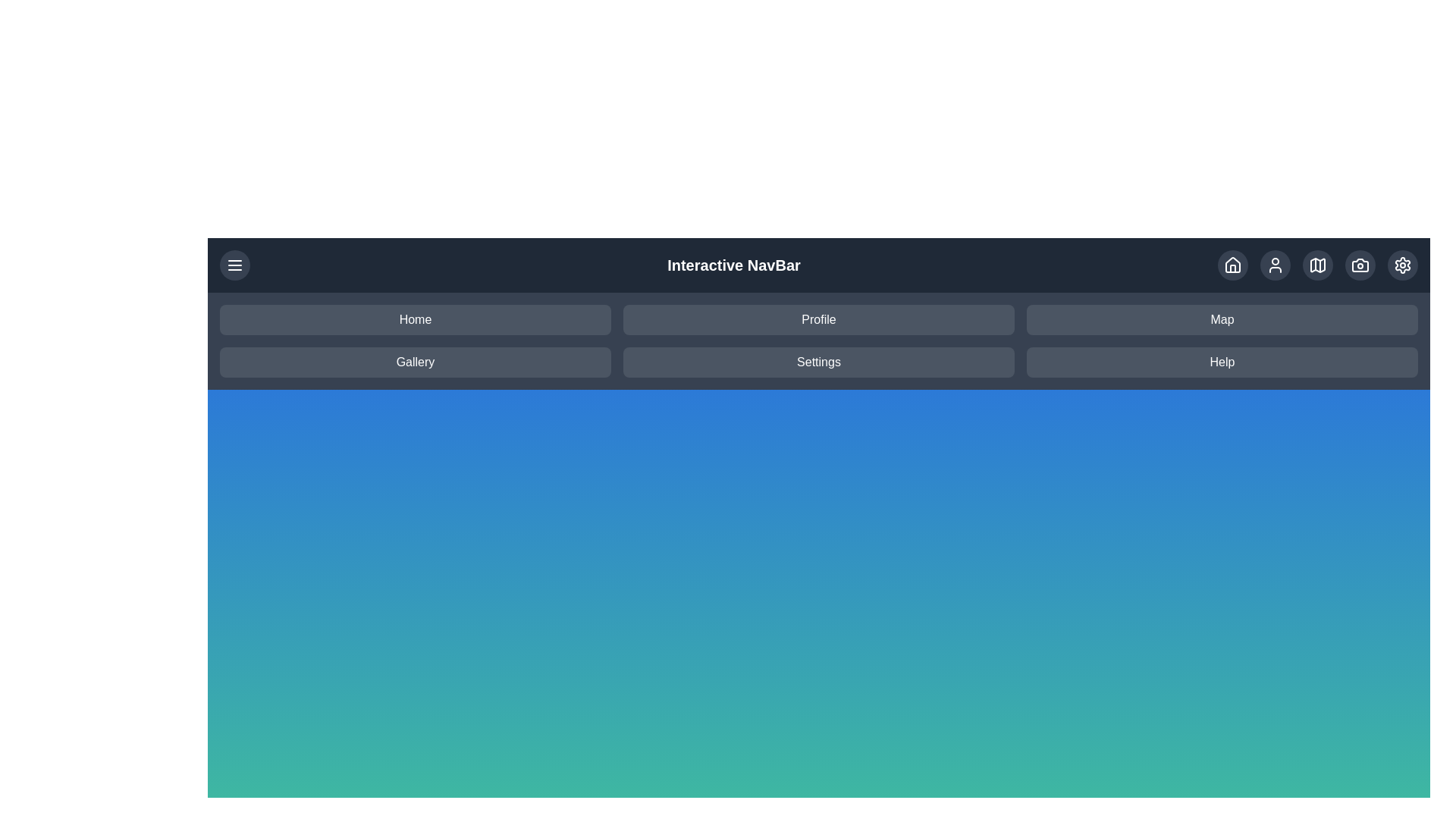  I want to click on the menu item labeled Help, so click(1222, 362).